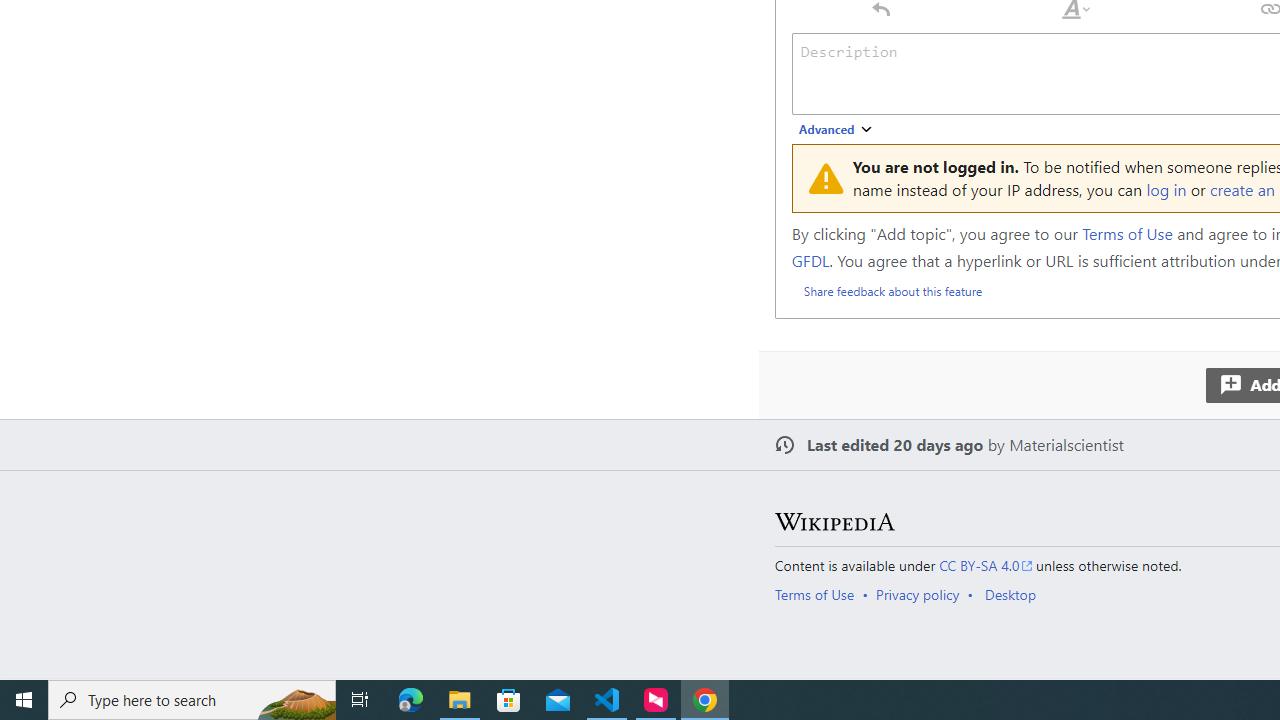 This screenshot has width=1280, height=720. Describe the element at coordinates (836, 129) in the screenshot. I see `'Advanced'` at that location.